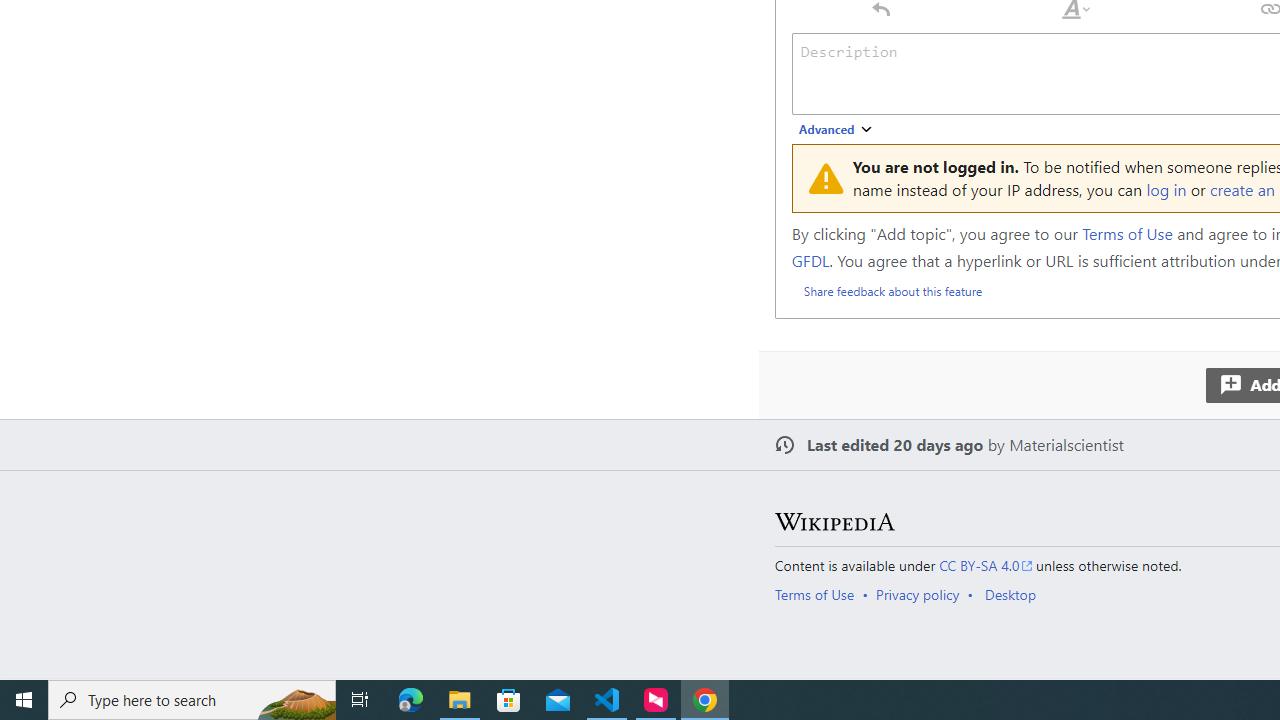 This screenshot has width=1280, height=720. Describe the element at coordinates (836, 129) in the screenshot. I see `'Advanced'` at that location.